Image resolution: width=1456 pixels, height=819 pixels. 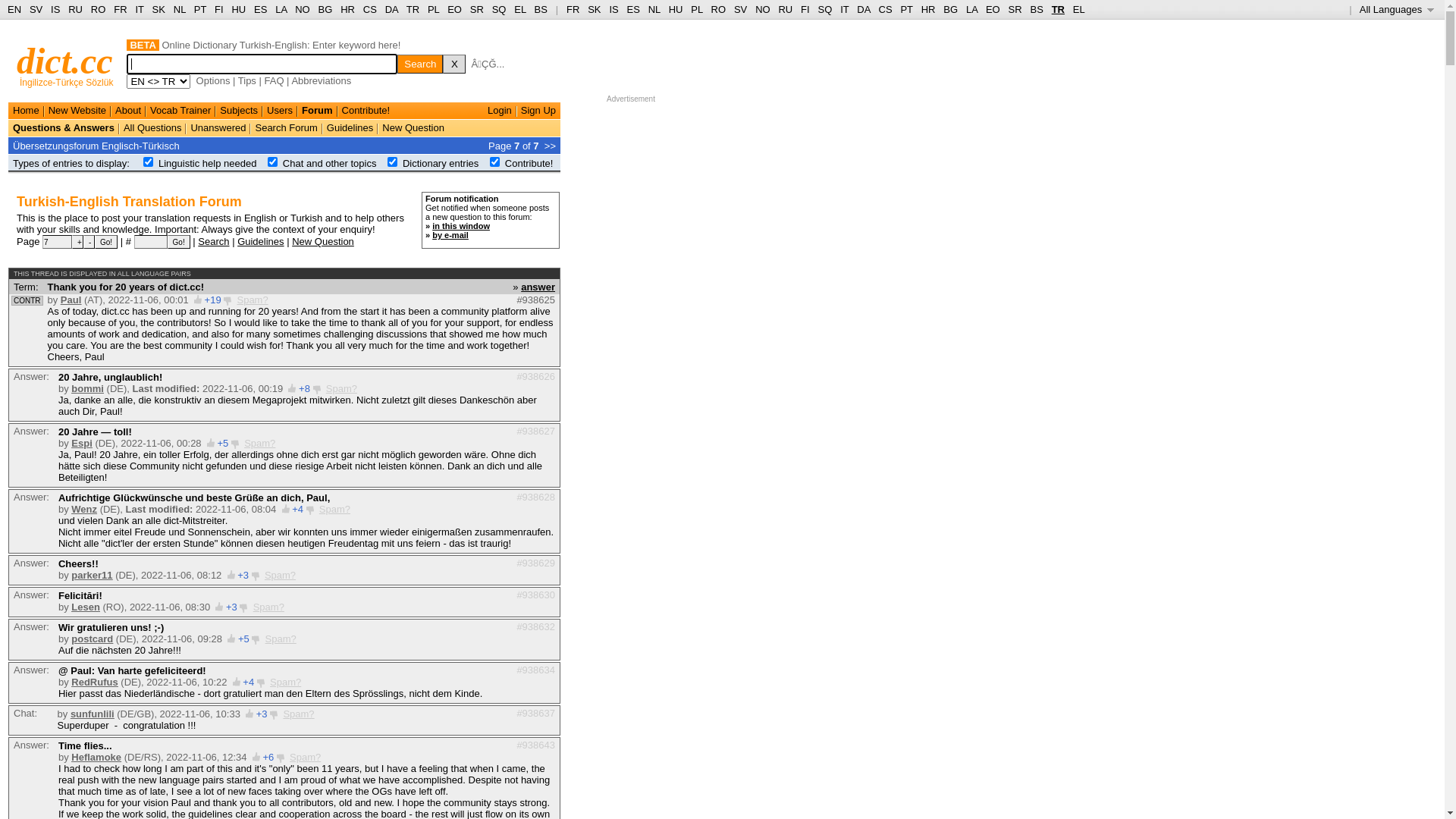 What do you see at coordinates (843, 9) in the screenshot?
I see `'IT'` at bounding box center [843, 9].